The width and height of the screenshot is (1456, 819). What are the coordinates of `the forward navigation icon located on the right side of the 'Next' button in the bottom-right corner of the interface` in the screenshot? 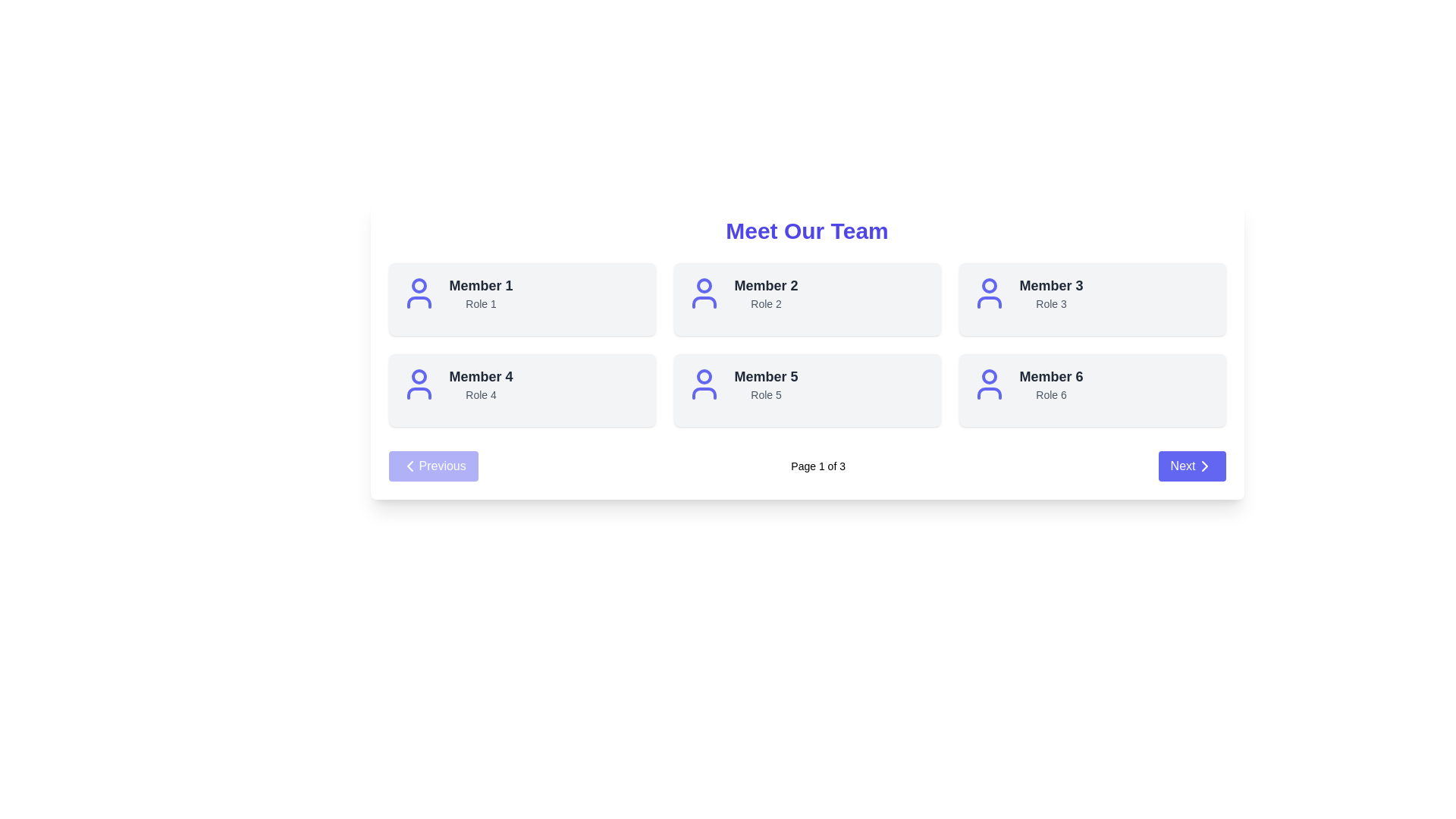 It's located at (1203, 465).